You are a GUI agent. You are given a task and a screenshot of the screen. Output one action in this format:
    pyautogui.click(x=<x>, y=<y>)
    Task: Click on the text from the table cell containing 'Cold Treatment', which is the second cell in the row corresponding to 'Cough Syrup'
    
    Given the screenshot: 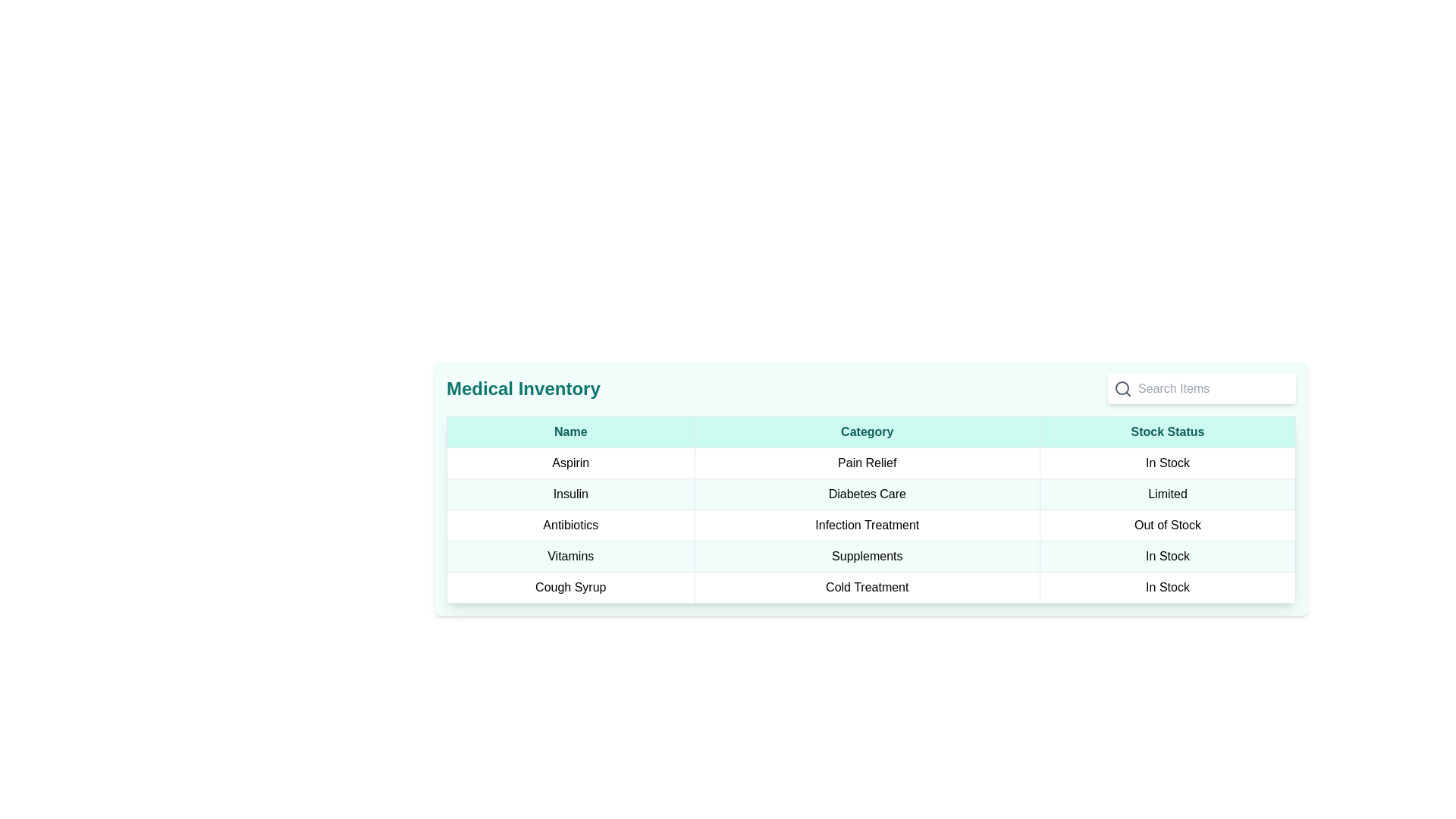 What is the action you would take?
    pyautogui.click(x=867, y=587)
    